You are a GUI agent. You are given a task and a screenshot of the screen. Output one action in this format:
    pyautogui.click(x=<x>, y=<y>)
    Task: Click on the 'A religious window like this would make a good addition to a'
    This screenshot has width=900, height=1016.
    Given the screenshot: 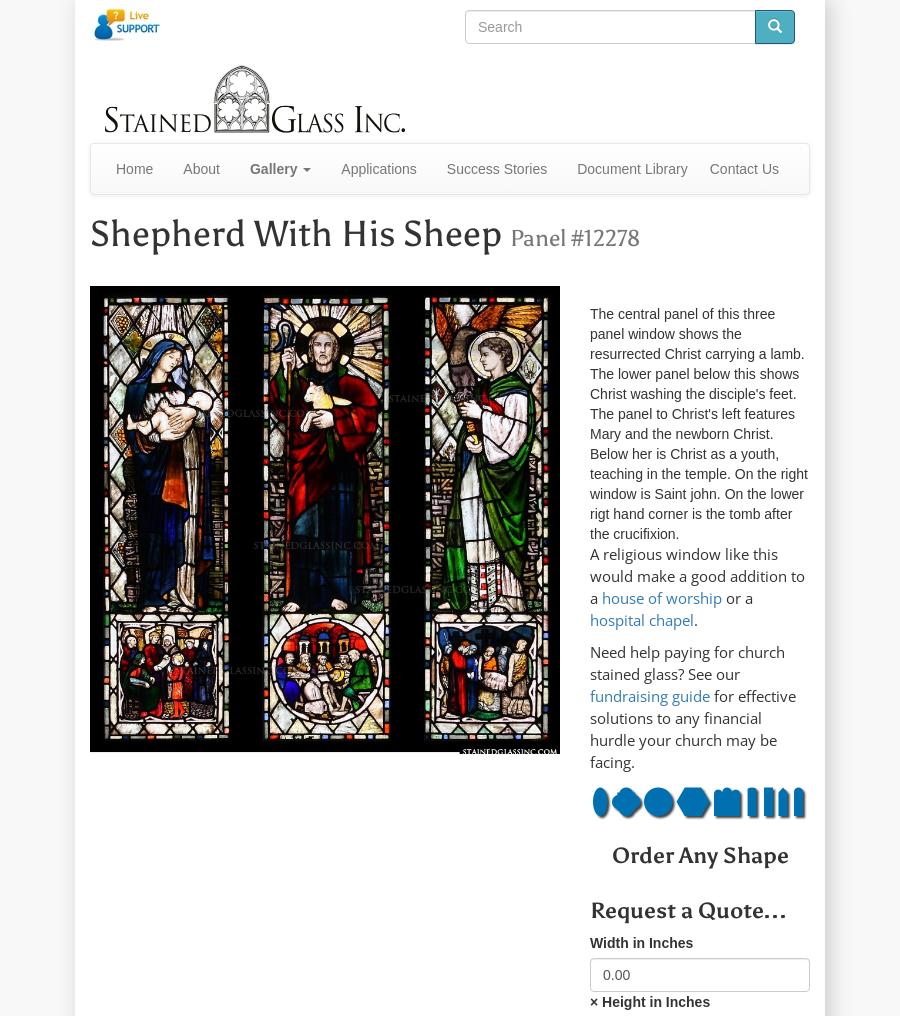 What is the action you would take?
    pyautogui.click(x=696, y=576)
    